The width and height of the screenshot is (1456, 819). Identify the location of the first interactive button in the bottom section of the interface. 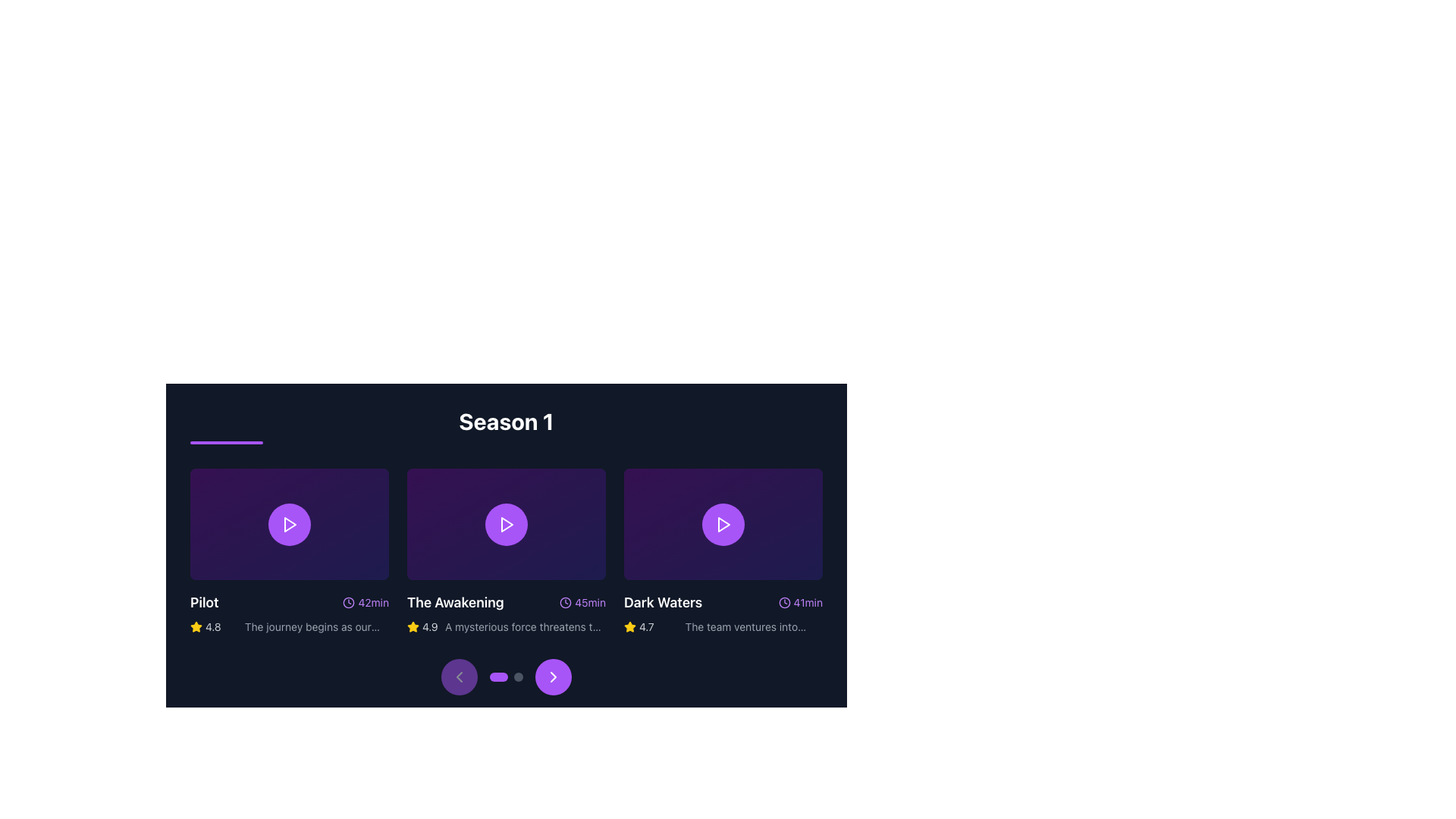
(458, 676).